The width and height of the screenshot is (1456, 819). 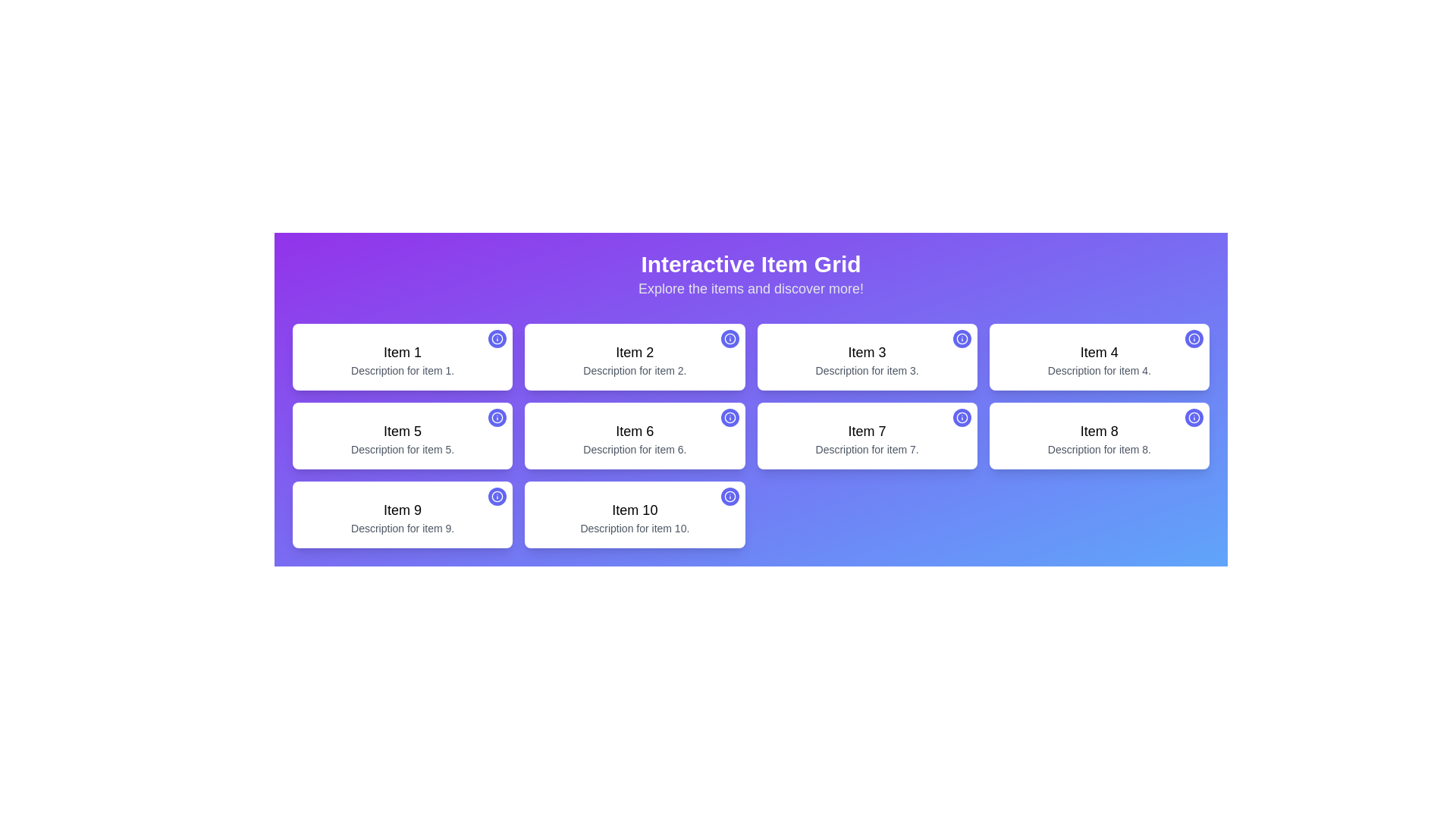 I want to click on the styling of the blue circular SVG element with a stroke width of 2px and a radius of 10 units, located at the top-right corner of the 'Item 1' card, so click(x=497, y=338).